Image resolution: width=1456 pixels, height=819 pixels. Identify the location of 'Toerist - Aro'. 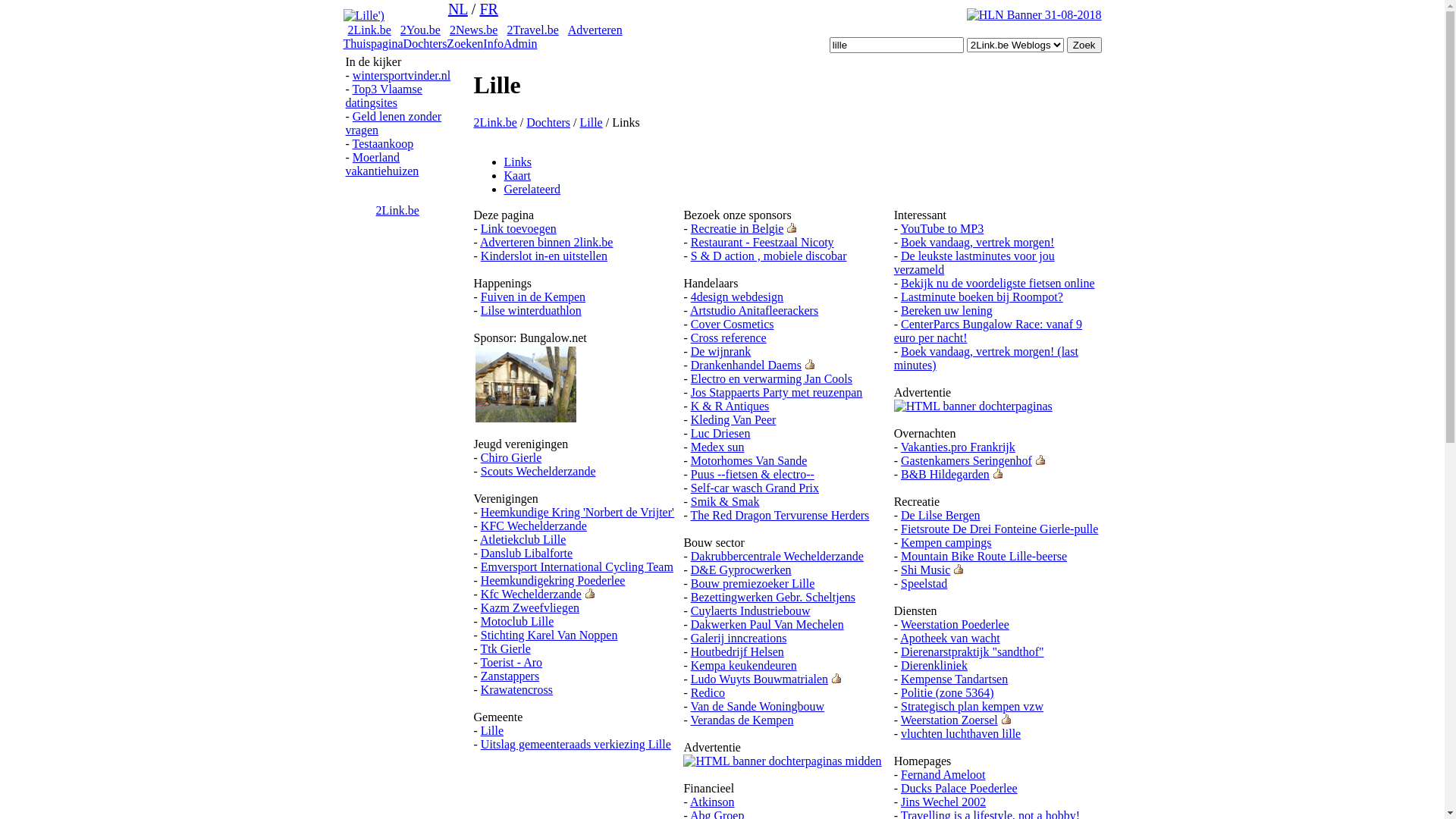
(512, 661).